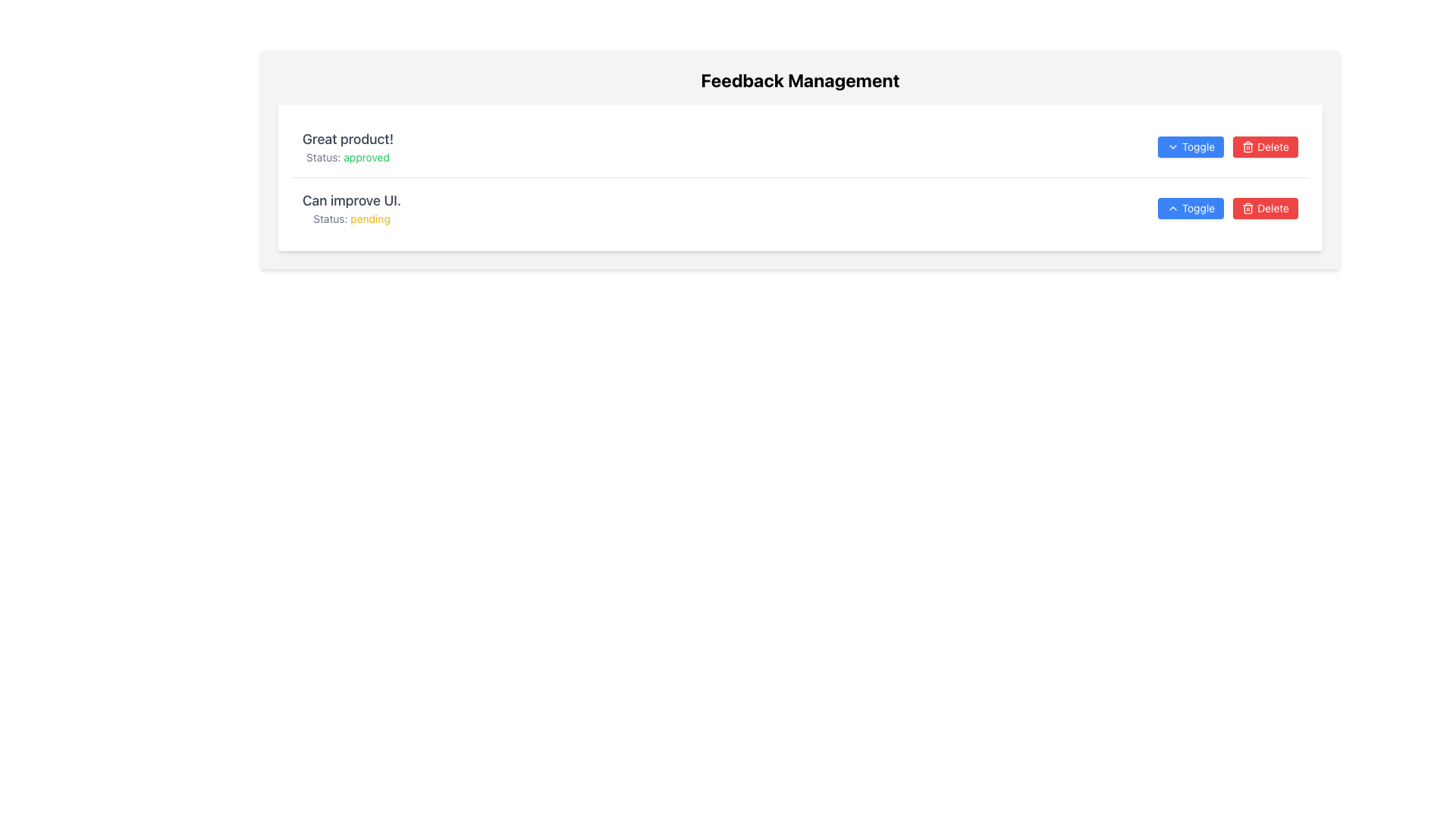  What do you see at coordinates (347, 146) in the screenshot?
I see `the first feedback note in the Feedback Management section that contains the text 'Great product!' and 'Status: approved'` at bounding box center [347, 146].